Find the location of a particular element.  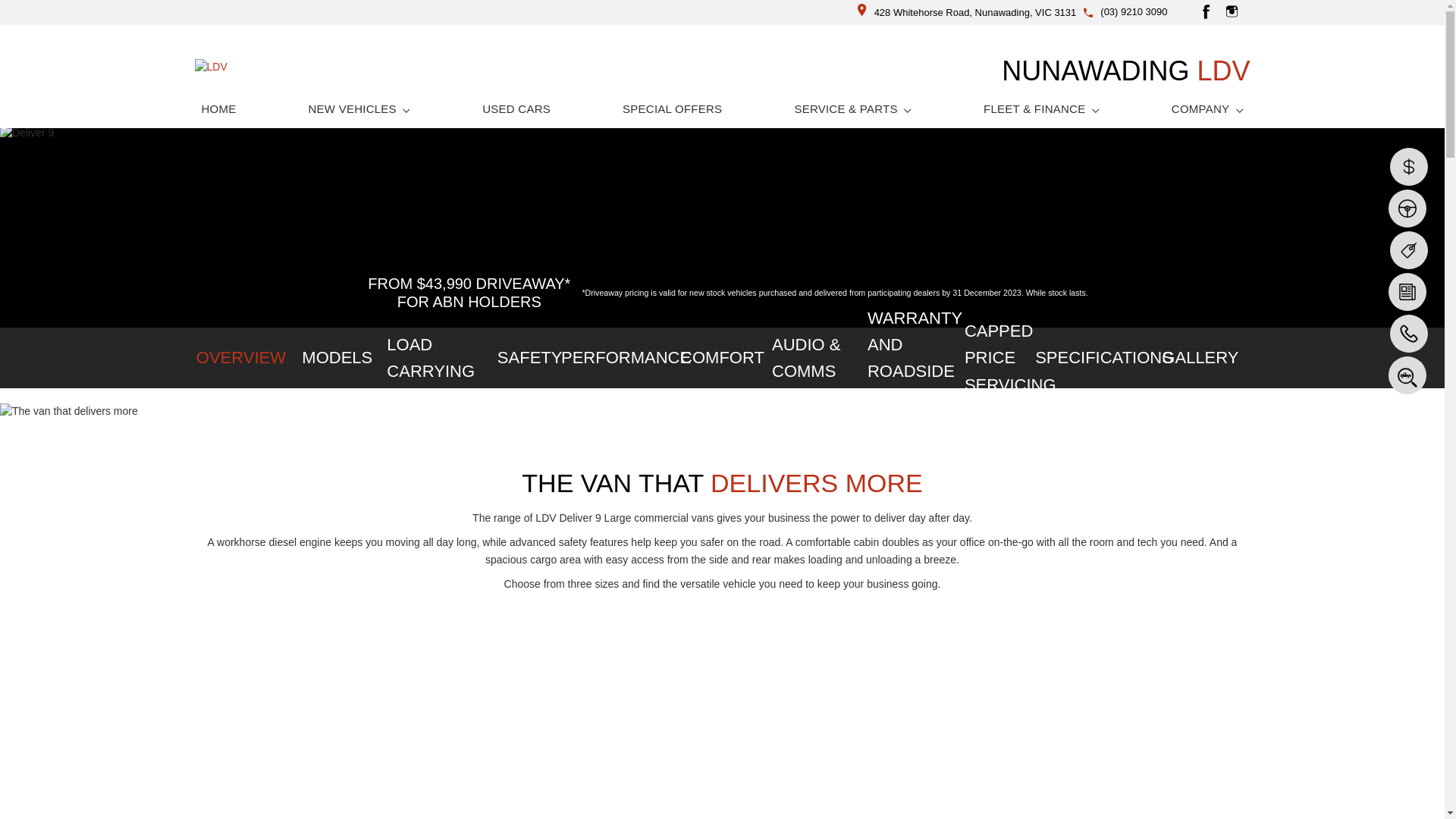

'SPECIAL OFFERS' is located at coordinates (671, 108).